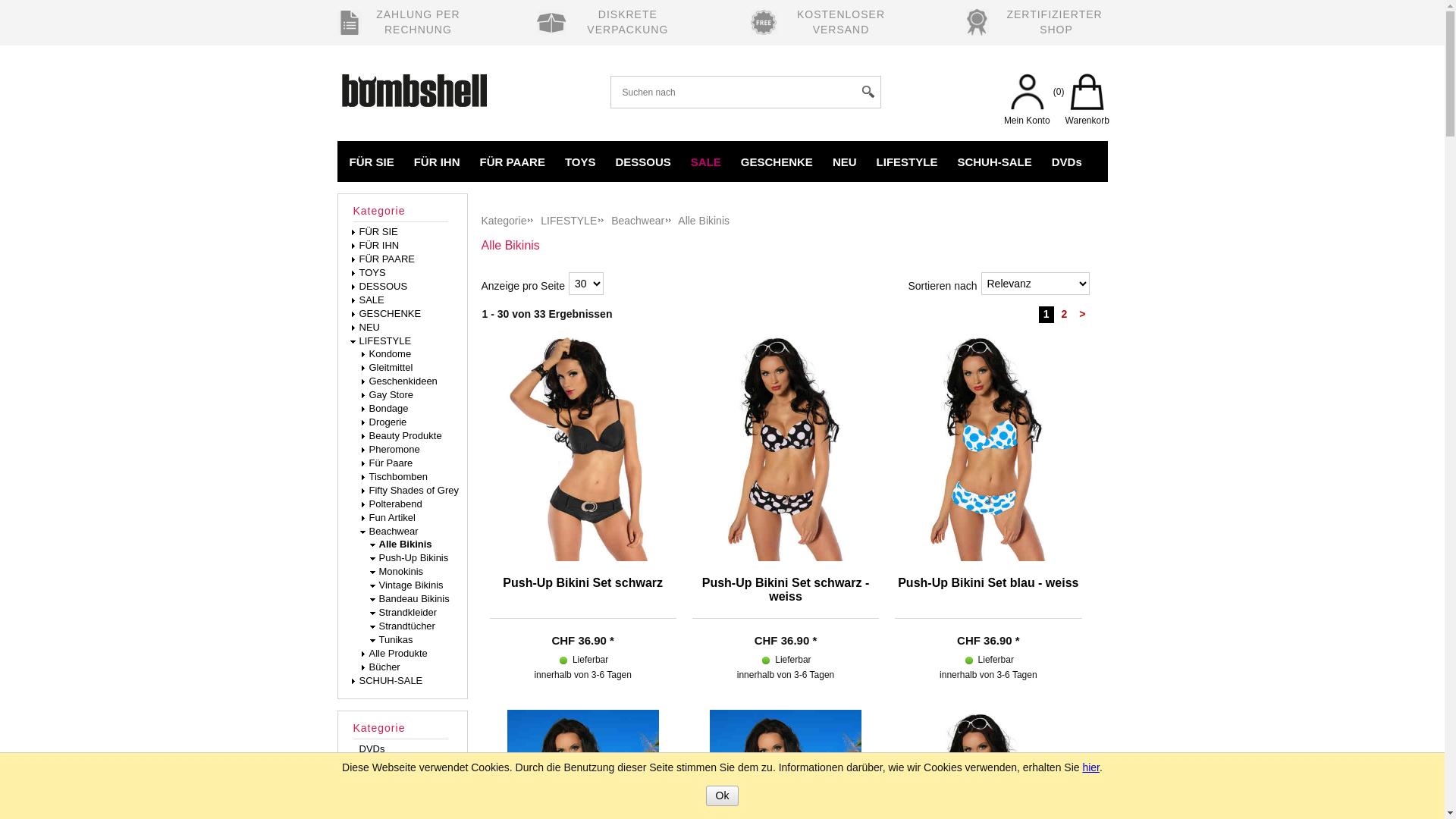 This screenshot has height=819, width=1456. Describe the element at coordinates (419, 82) in the screenshot. I see `'Bombshell Erotikshop'` at that location.